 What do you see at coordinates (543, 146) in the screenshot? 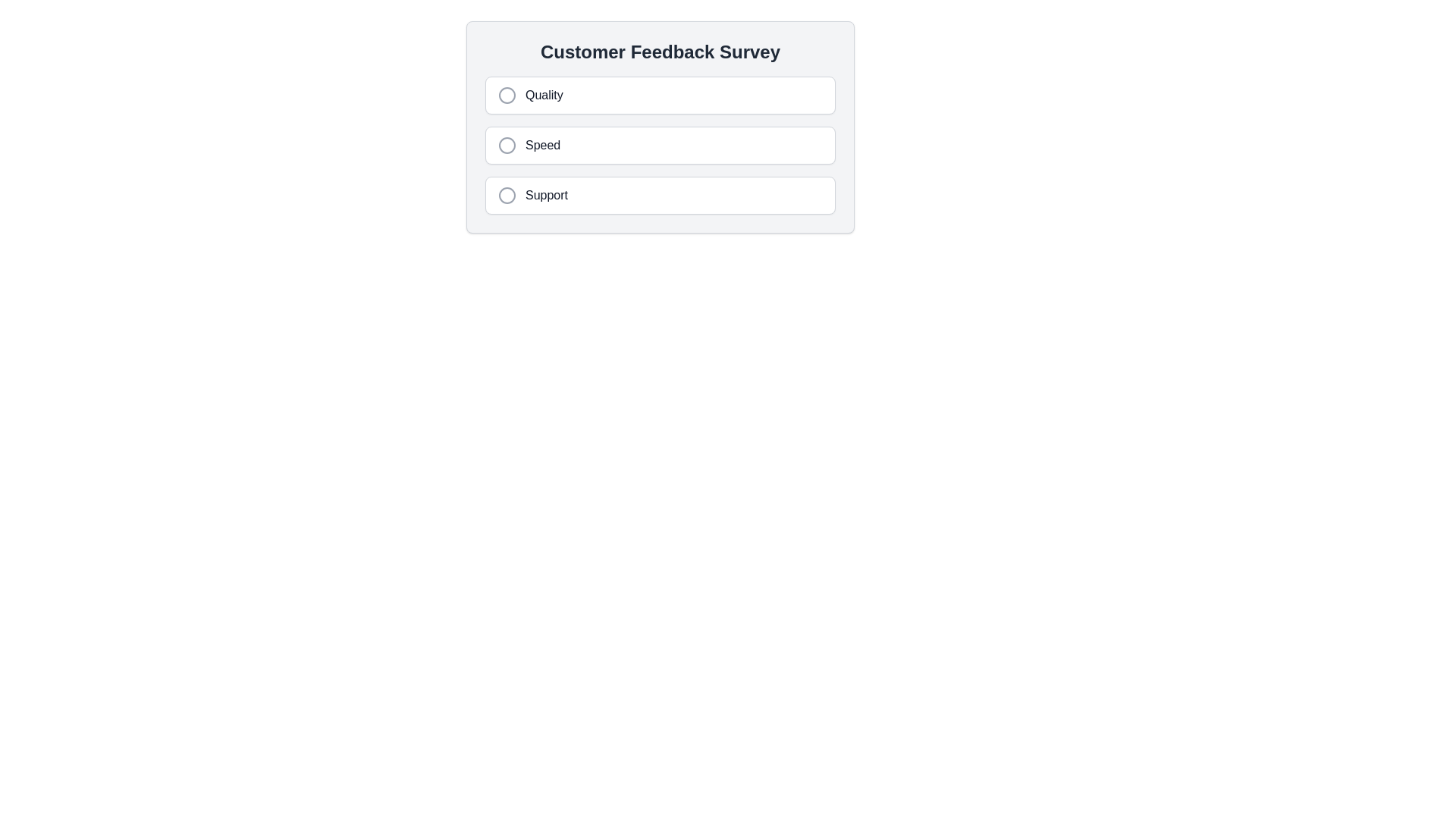
I see `the 'Speed' text label which is the second option in a vertical list of three radio options in the survey form` at bounding box center [543, 146].